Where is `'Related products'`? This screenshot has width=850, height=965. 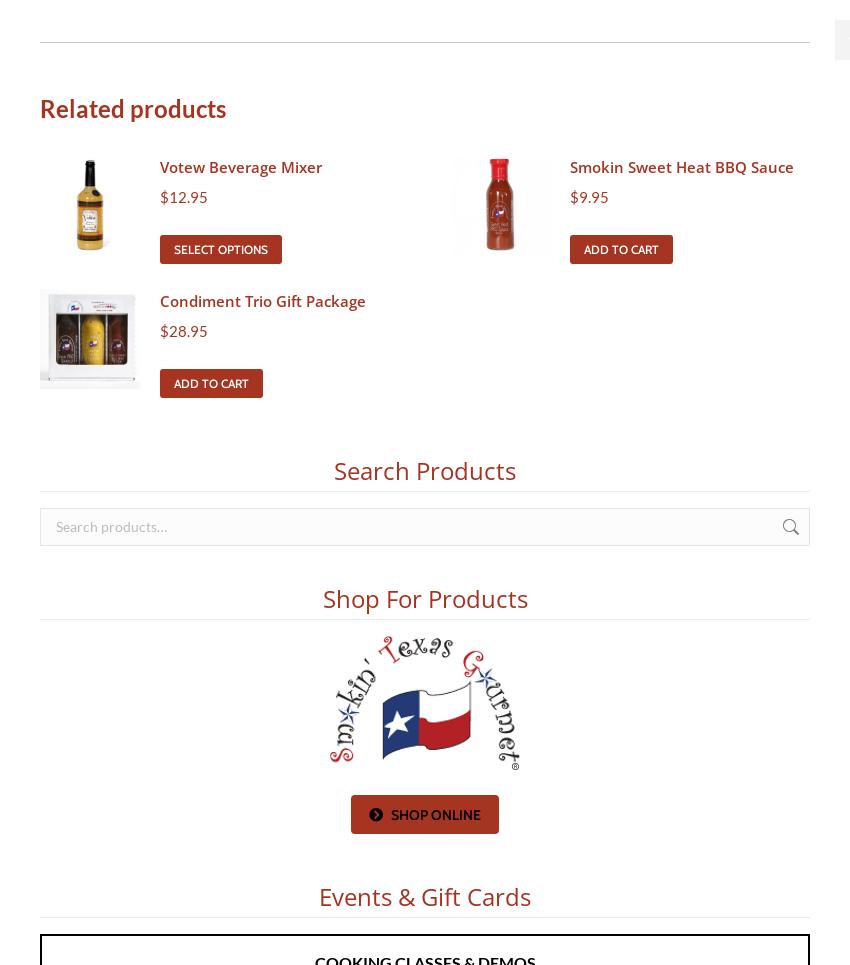
'Related products' is located at coordinates (133, 106).